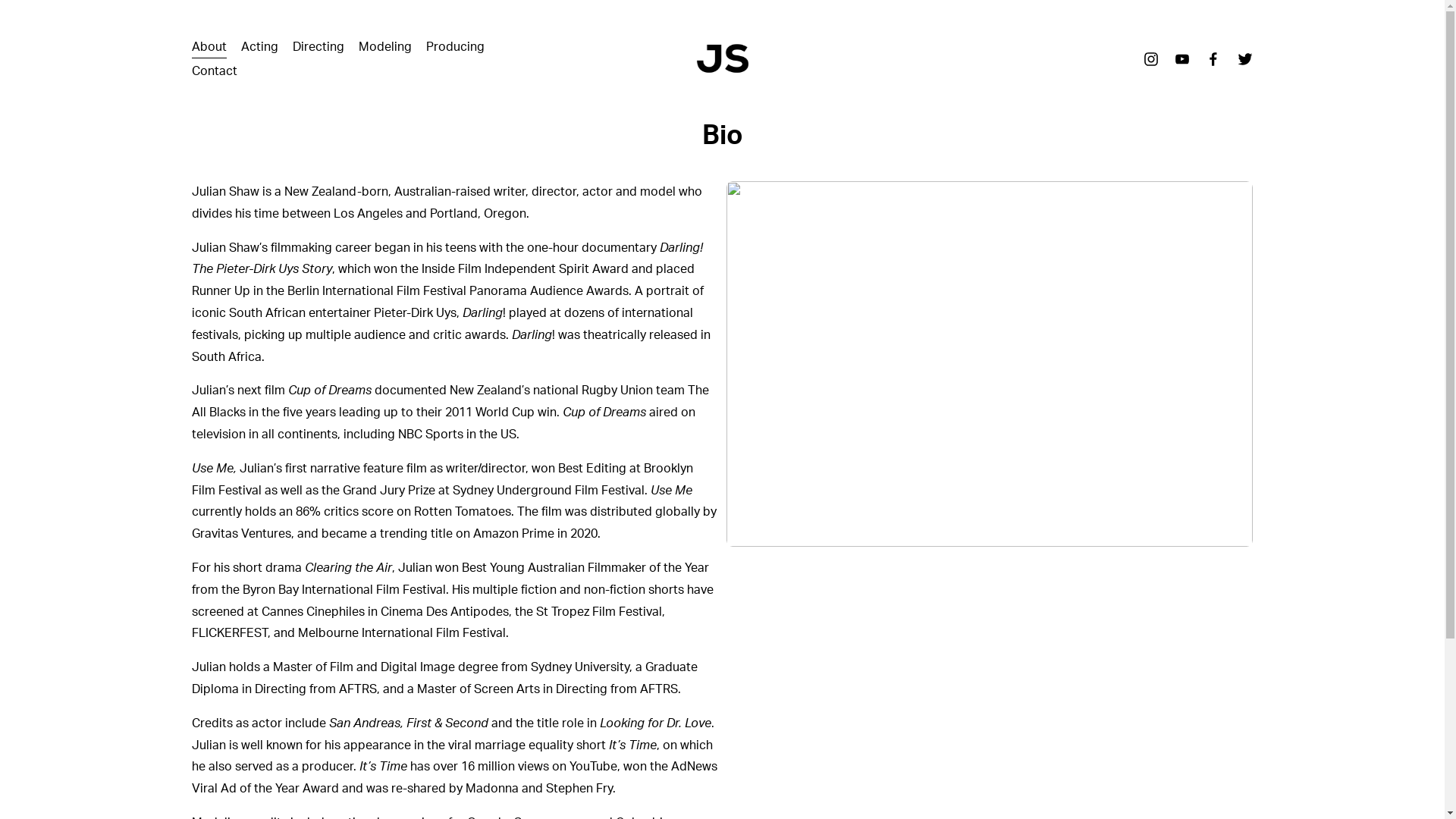 This screenshot has width=1456, height=819. Describe the element at coordinates (190, 71) in the screenshot. I see `'Contact'` at that location.